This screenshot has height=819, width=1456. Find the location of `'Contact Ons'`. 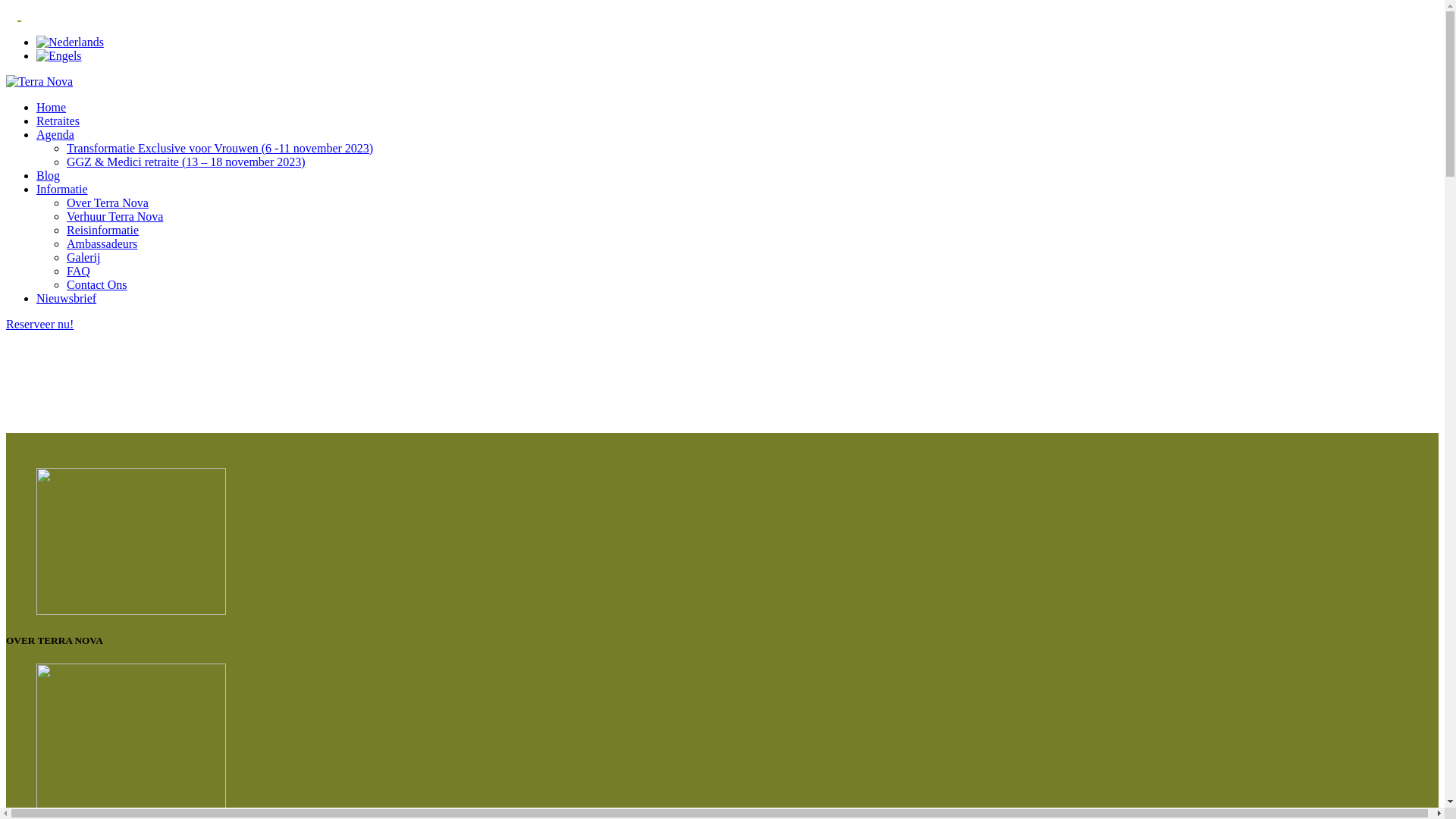

'Contact Ons' is located at coordinates (96, 284).